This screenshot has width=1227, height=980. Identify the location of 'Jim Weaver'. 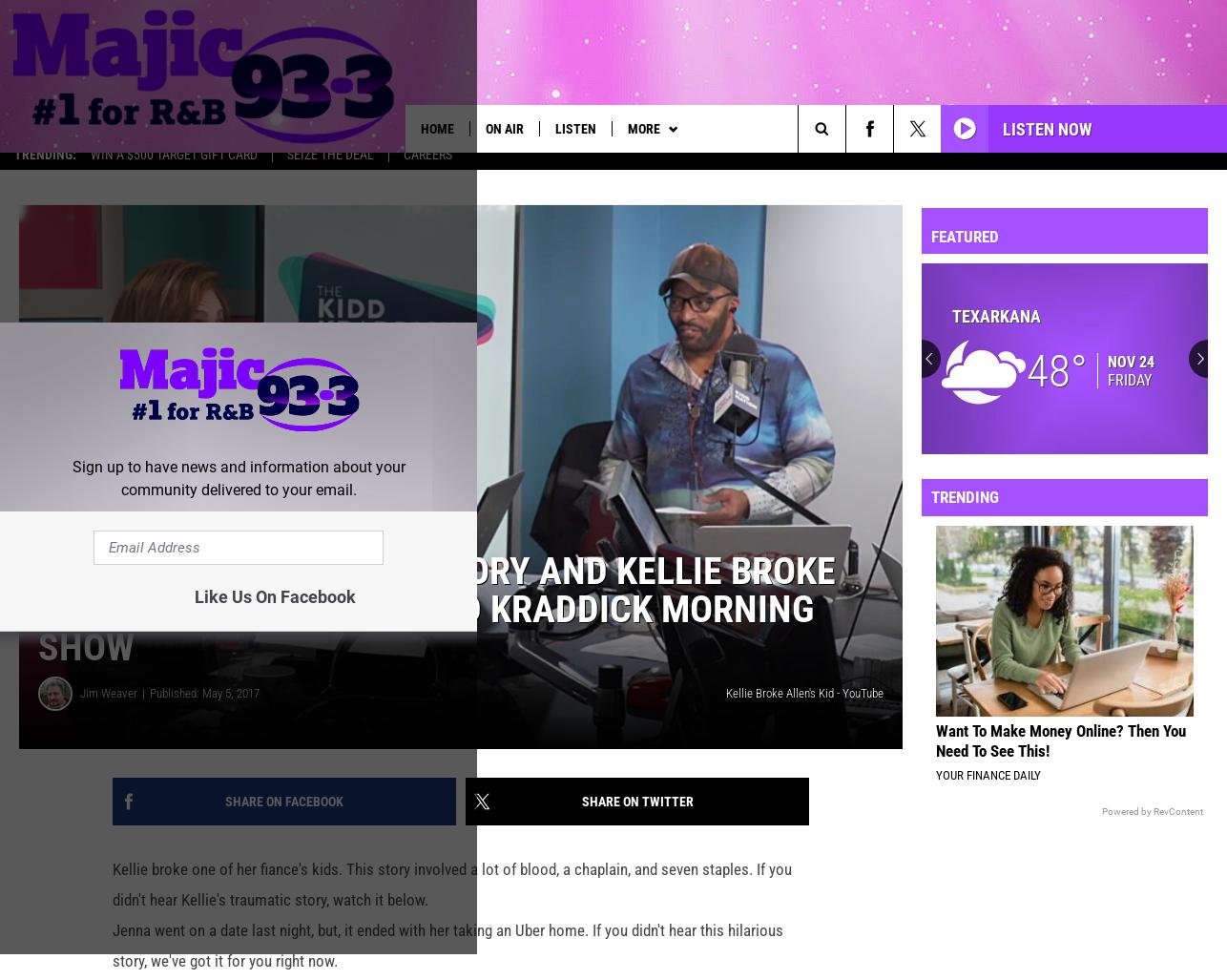
(79, 706).